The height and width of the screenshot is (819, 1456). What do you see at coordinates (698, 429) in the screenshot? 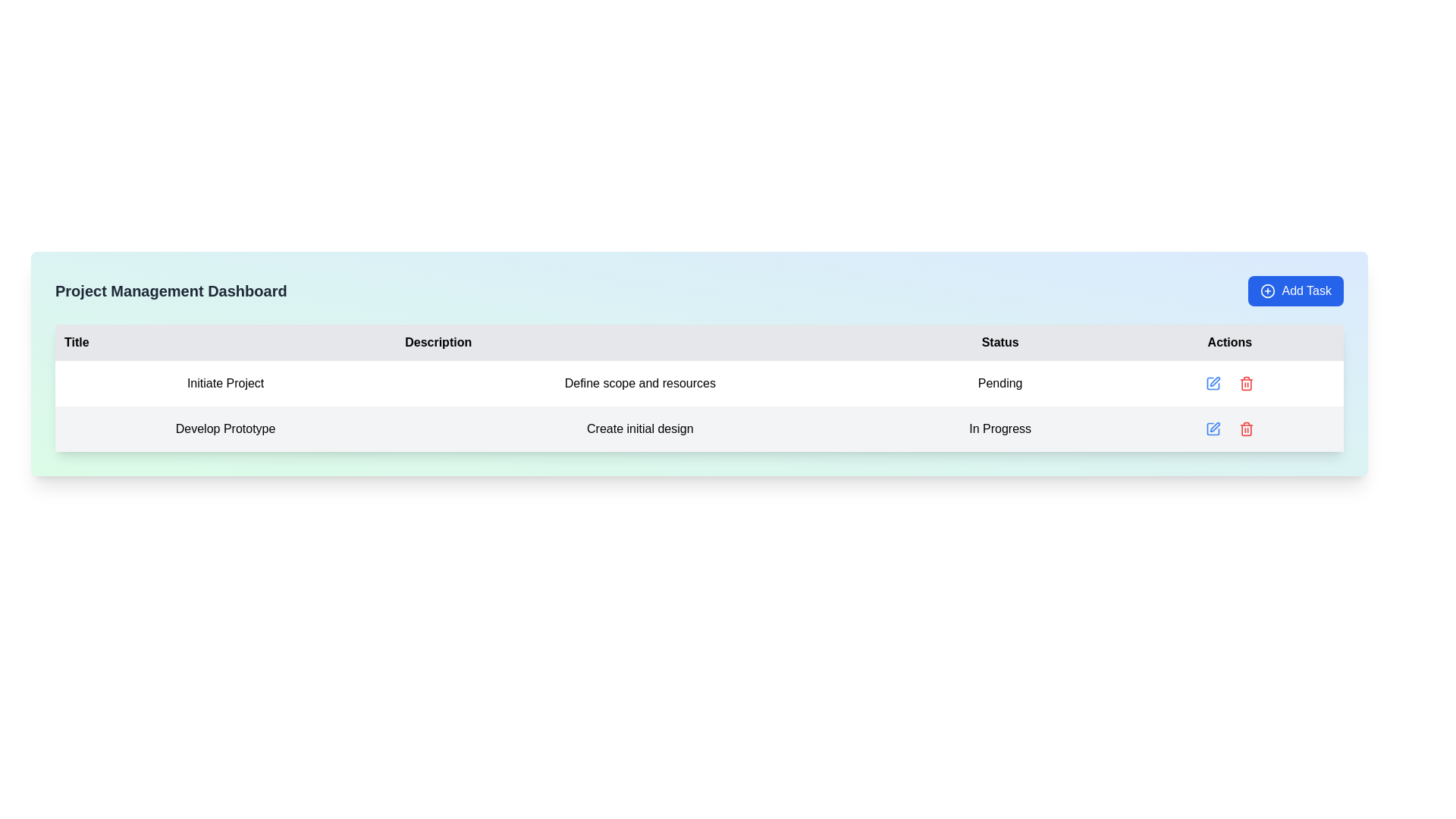
I see `the tabular row displaying 'Develop Prototype', 'Create initial design', and 'In Progress'` at bounding box center [698, 429].